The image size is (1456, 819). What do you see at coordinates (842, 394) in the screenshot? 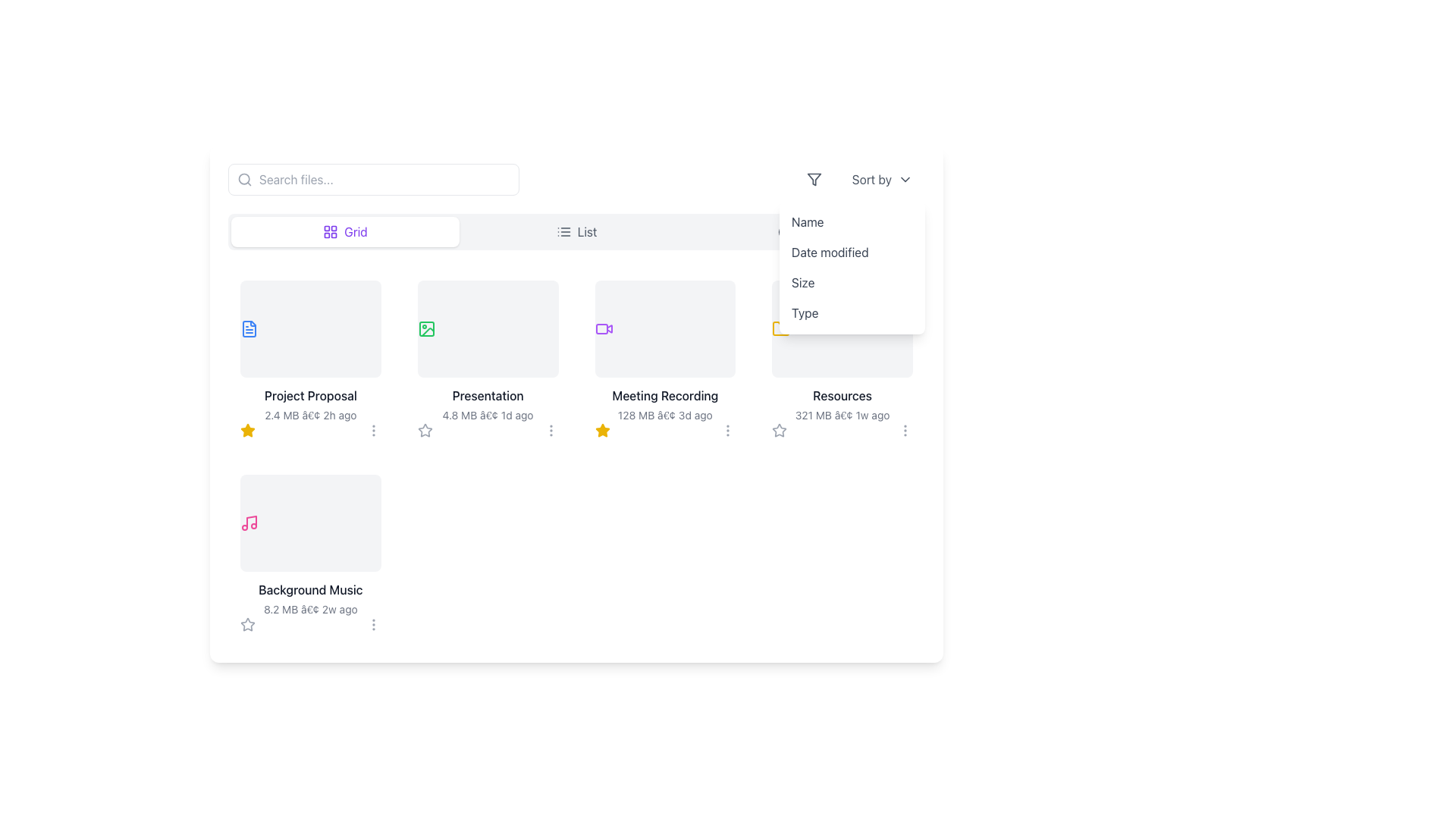
I see `the text label 'Resources', which is styled in bold, medium font weight and dark gray color, located above the metadata in the bottom row of the grid layout` at bounding box center [842, 394].